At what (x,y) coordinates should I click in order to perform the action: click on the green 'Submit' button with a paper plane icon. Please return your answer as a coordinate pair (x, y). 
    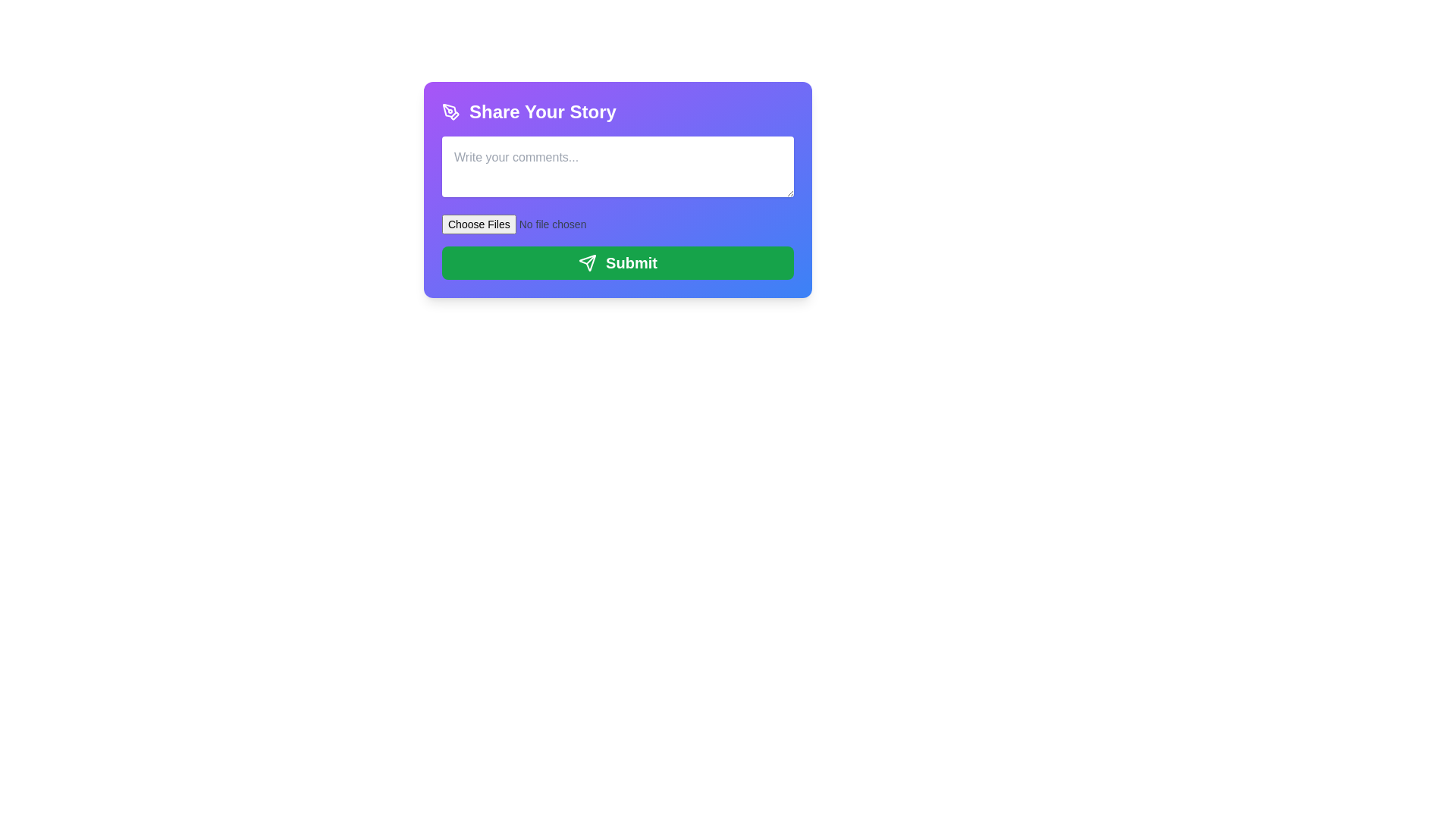
    Looking at the image, I should click on (618, 262).